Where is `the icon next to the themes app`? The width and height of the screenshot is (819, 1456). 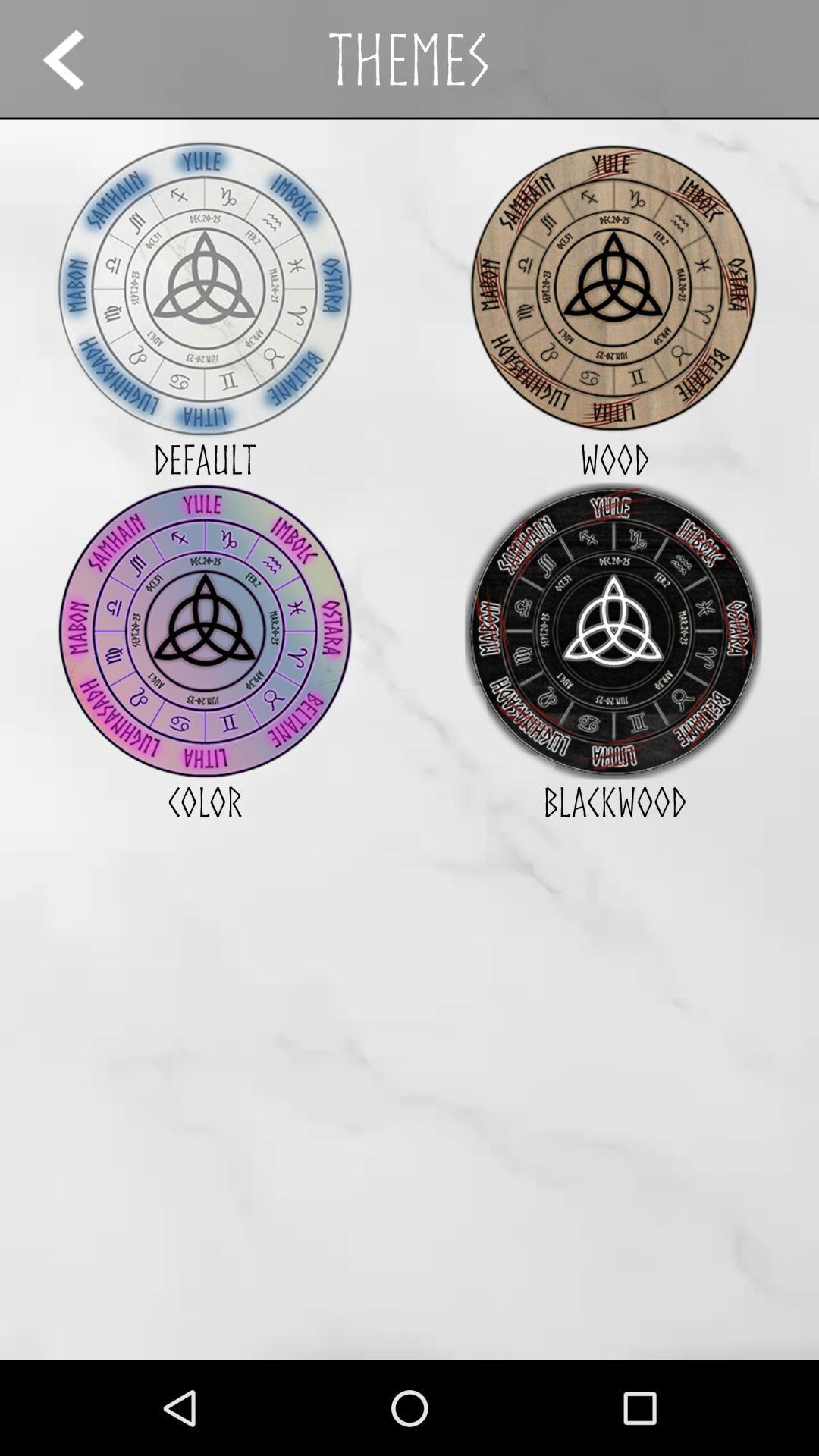 the icon next to the themes app is located at coordinates (77, 59).